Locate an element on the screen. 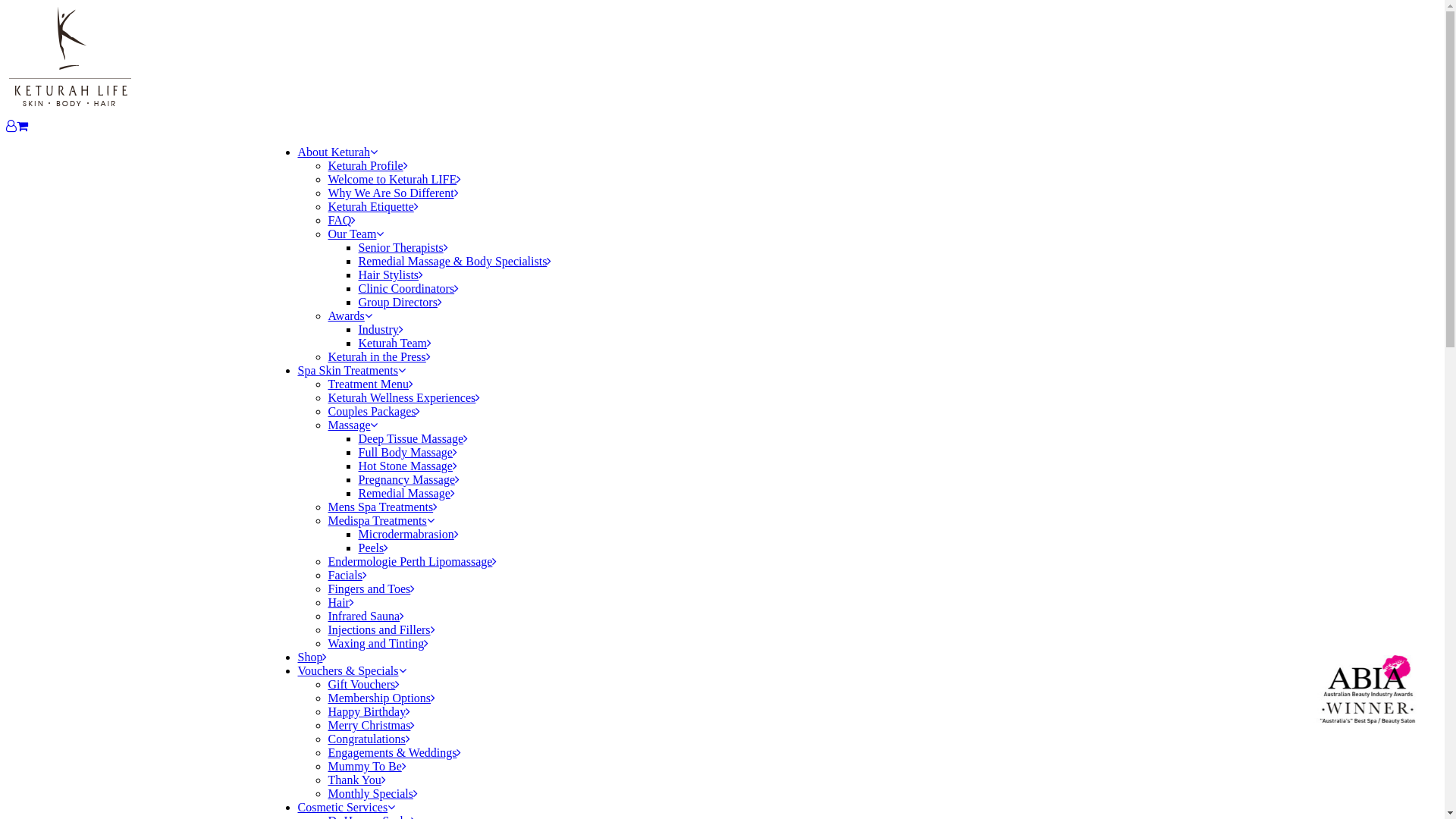 Image resolution: width=1456 pixels, height=819 pixels. 'Cosmetic Services' is located at coordinates (345, 806).